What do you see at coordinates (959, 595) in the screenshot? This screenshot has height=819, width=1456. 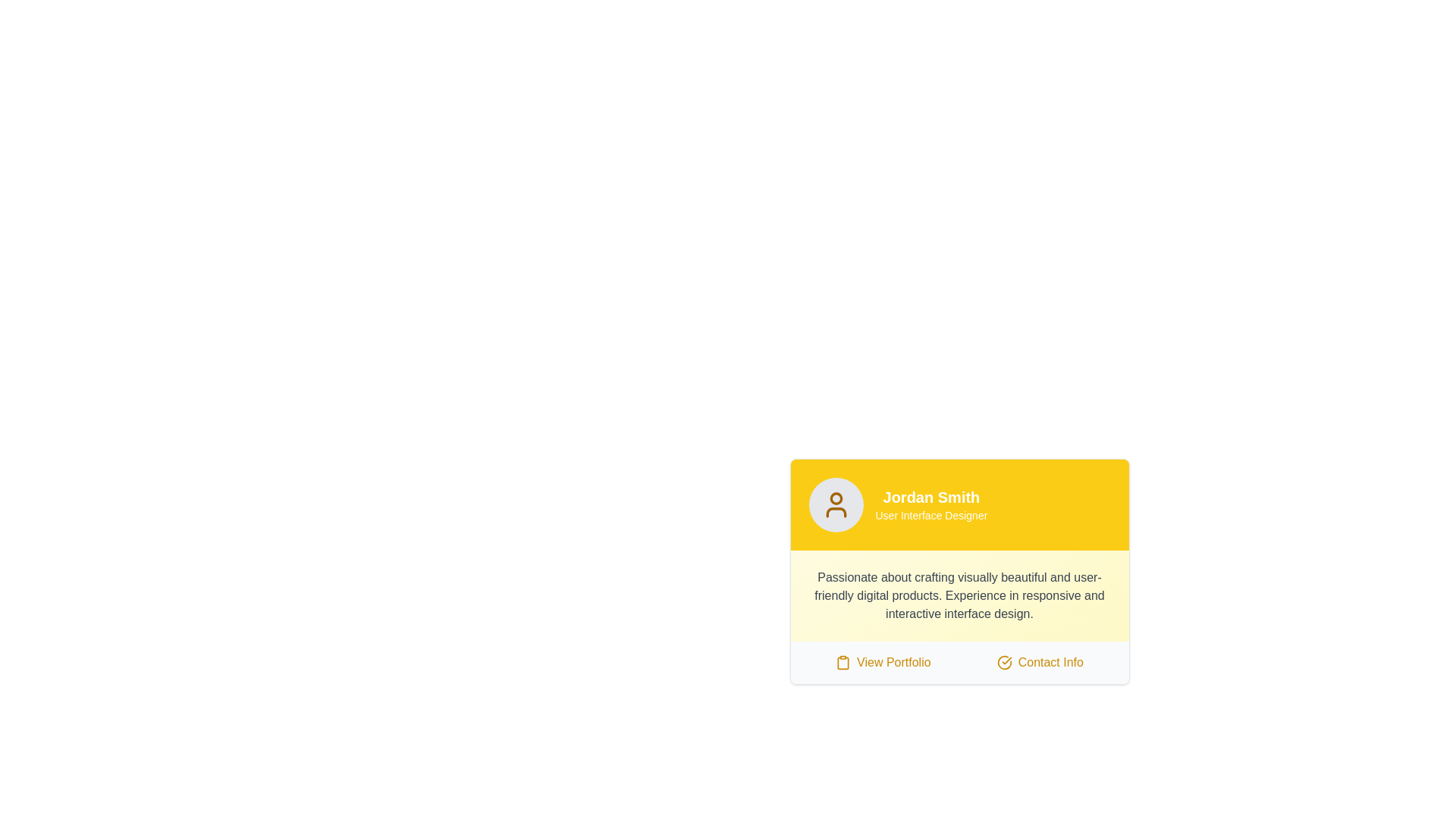 I see `the descriptive text block styled in gray font that reads: 'Passionate about crafting visually beautiful and user-friendly digital products.' This text is located within a yellow and white card, below the user's name 'Jordan Smith' and above the buttons 'View Portfolio' and 'Contact Info'` at bounding box center [959, 595].